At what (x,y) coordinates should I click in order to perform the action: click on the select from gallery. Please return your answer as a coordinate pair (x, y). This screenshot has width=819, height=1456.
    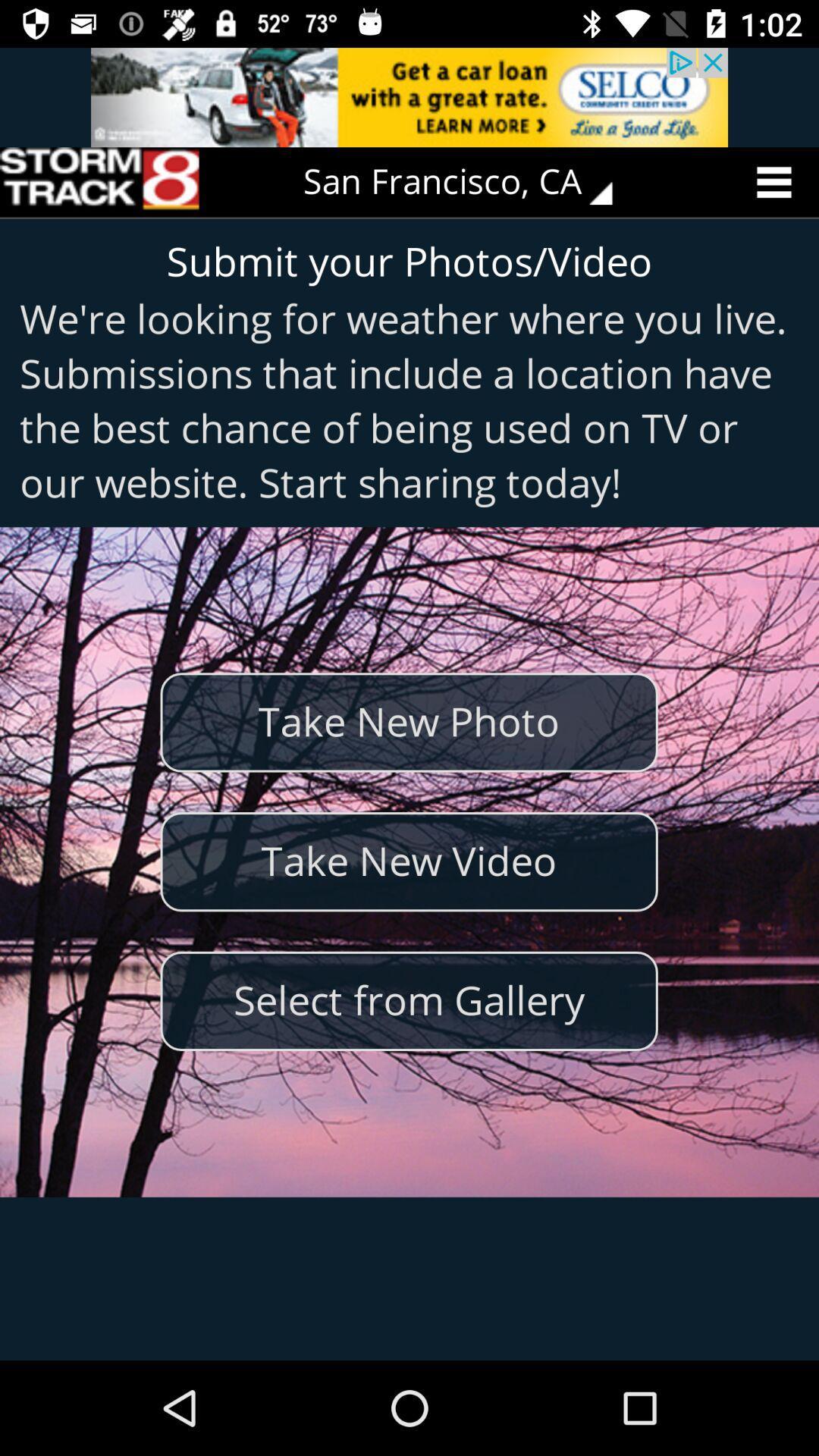
    Looking at the image, I should click on (408, 1001).